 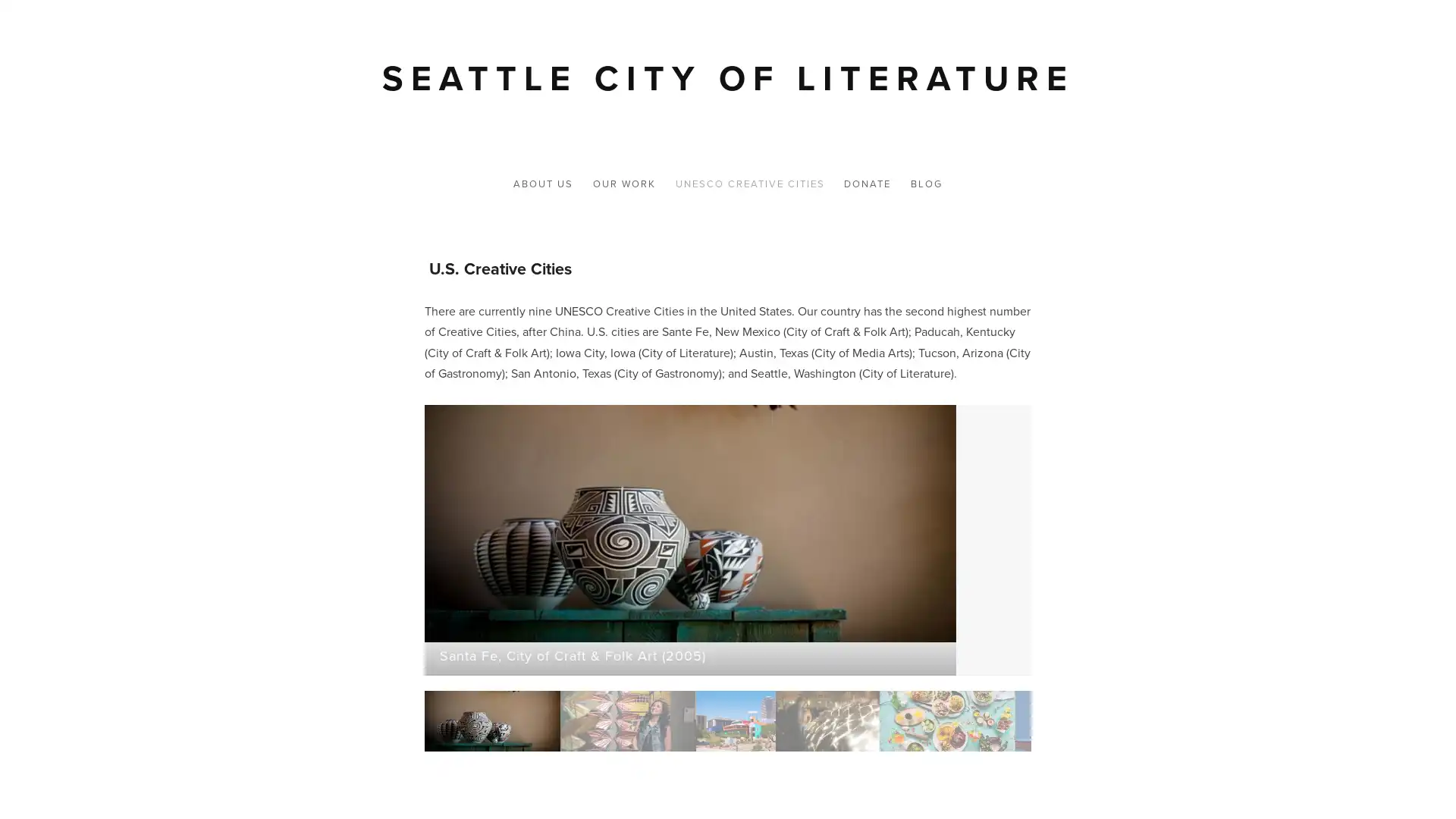 I want to click on Slide 2, so click(x=528, y=720).